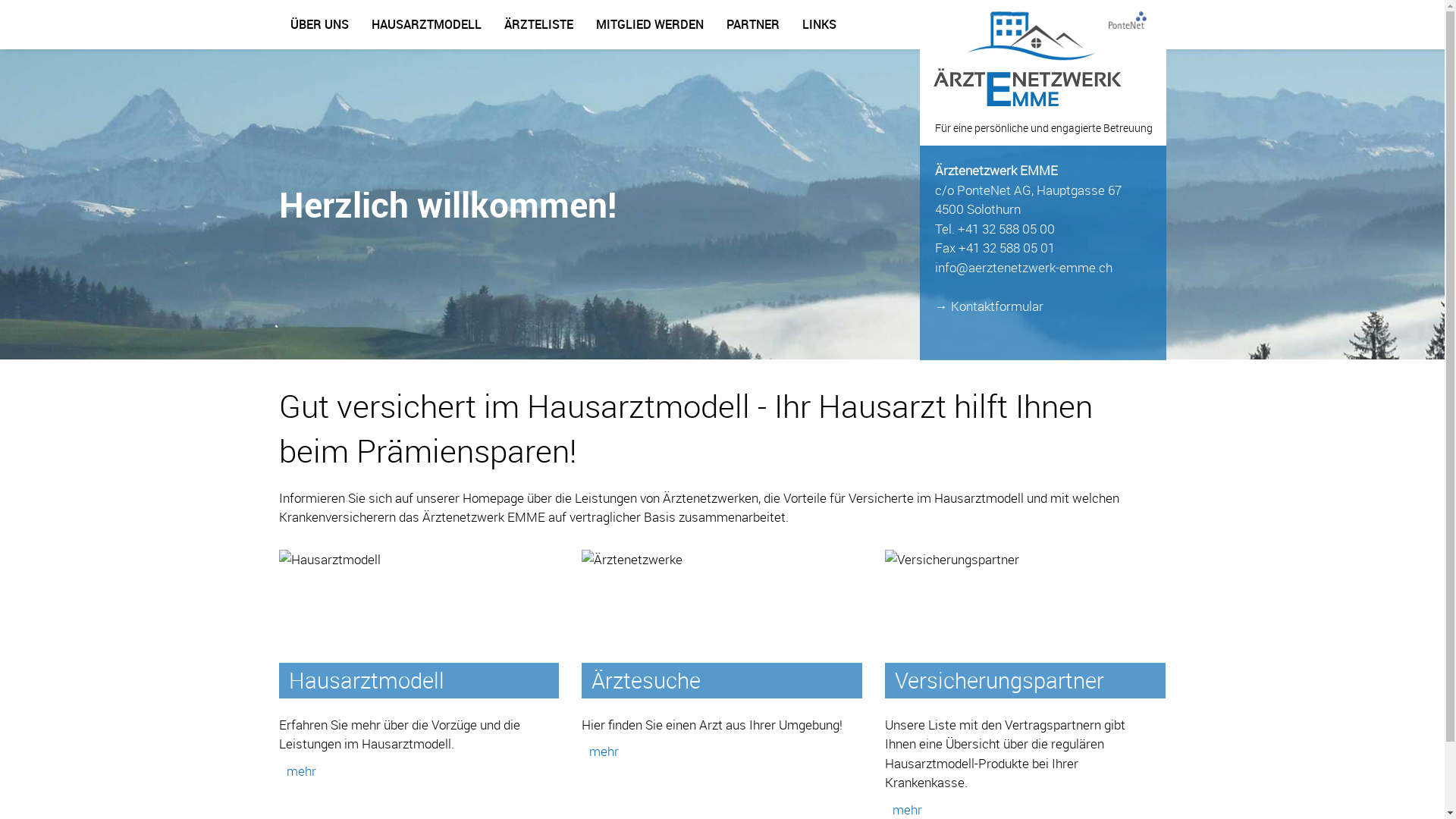 Image resolution: width=1456 pixels, height=819 pixels. What do you see at coordinates (297, 770) in the screenshot?
I see `'mehr'` at bounding box center [297, 770].